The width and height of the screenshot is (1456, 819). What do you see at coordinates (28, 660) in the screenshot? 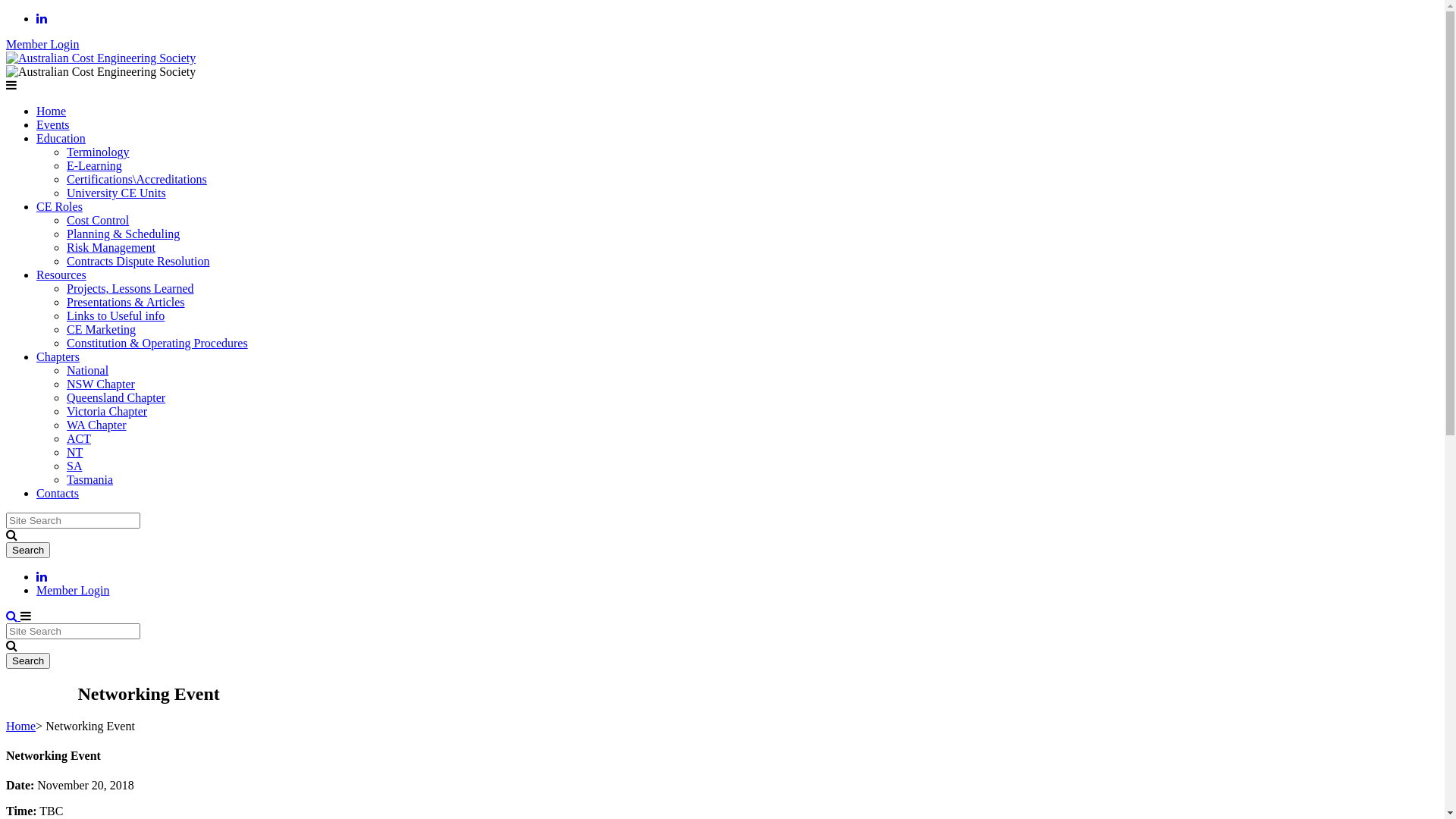
I see `'Search'` at bounding box center [28, 660].